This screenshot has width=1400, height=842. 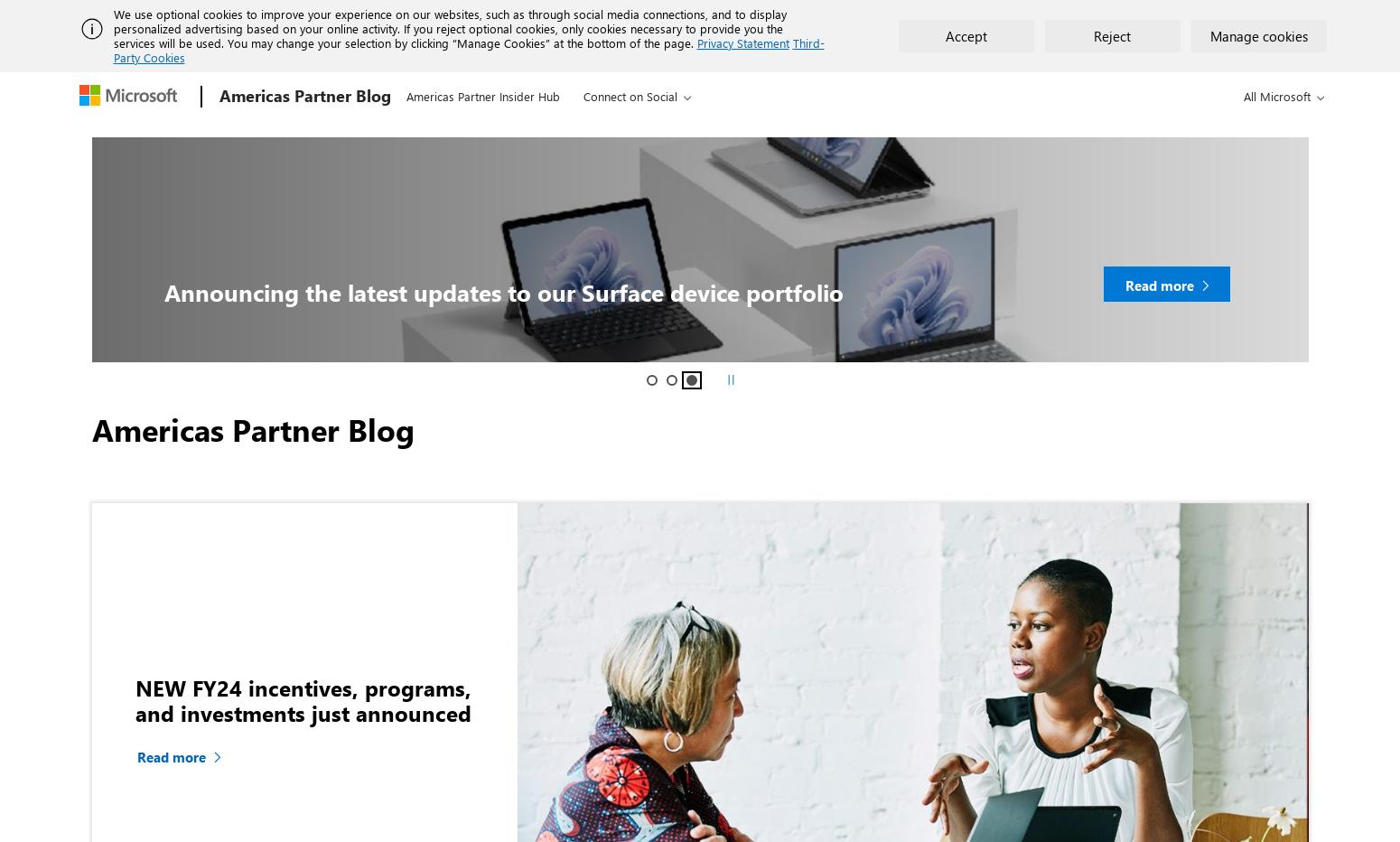 I want to click on 'Microsoft’s end of support (EOS) for Windows Server 2012 and SQL Server 2012 necessitates measures to keep legacy systems secure. Azure Arc offers a solution, acting as a bridge to extend the Azure platform. It enables users to manage, govern, and secure IT inventory anywhere, including on-premises servers. With Azure Arc, customers can purchase Extended Security Updates (ESUs) directly through the Azure portal, manage them efficiently, and even extend these services to infrastructure managed on other clouds.', so click(x=1034, y=126).